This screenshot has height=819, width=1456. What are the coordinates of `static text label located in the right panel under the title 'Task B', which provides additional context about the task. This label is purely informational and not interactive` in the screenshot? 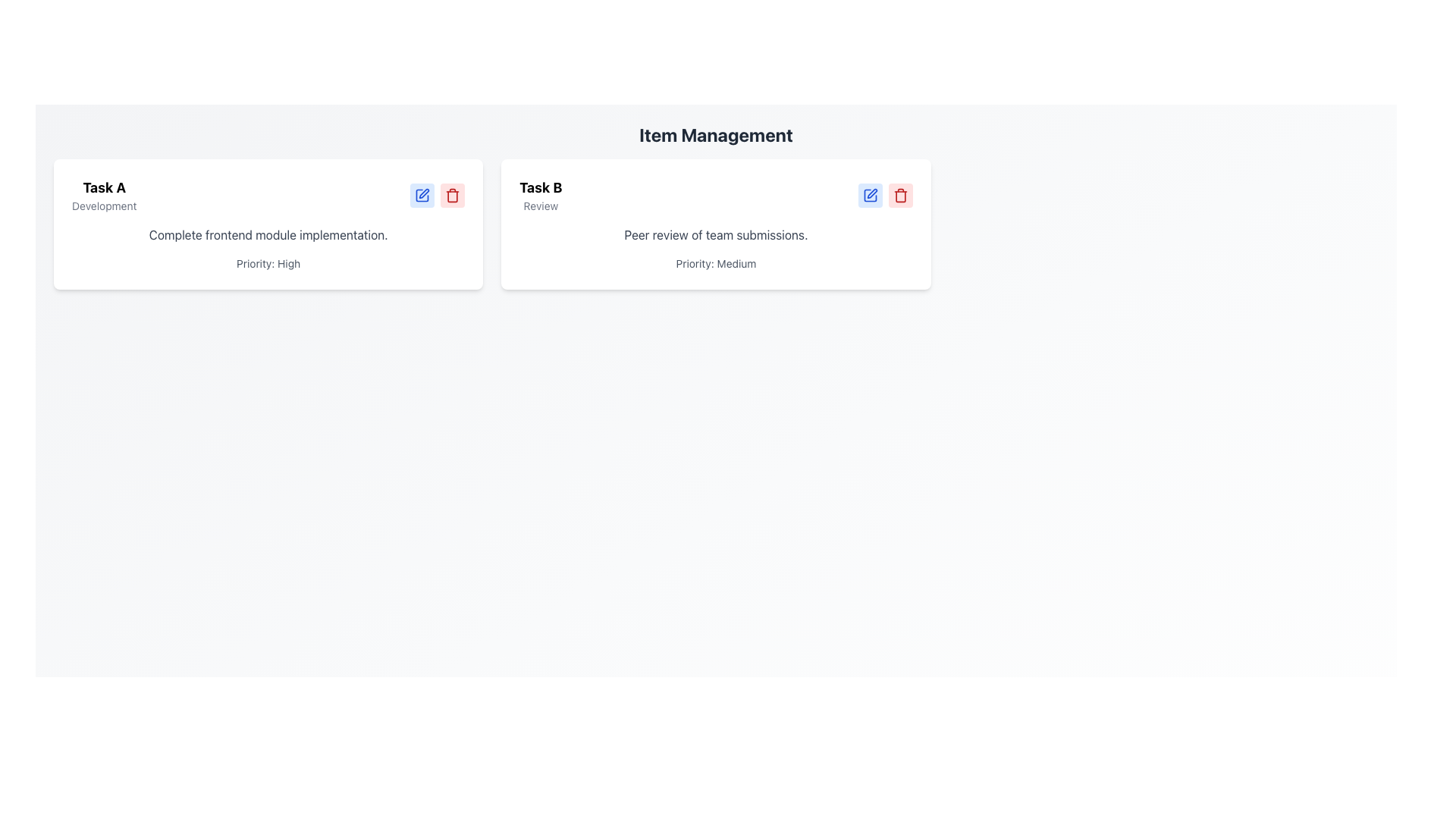 It's located at (541, 206).